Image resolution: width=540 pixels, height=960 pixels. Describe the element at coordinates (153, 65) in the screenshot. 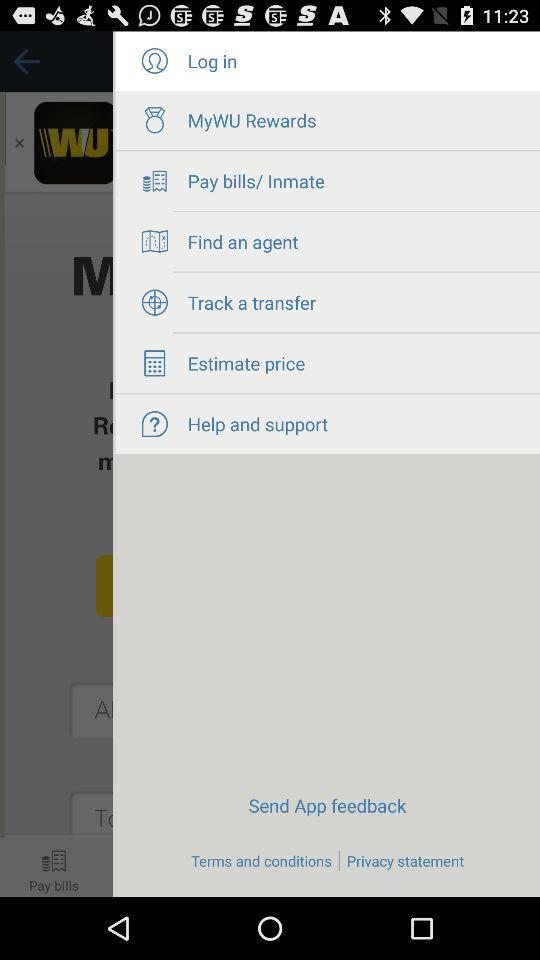

I see `the avatar icon` at that location.